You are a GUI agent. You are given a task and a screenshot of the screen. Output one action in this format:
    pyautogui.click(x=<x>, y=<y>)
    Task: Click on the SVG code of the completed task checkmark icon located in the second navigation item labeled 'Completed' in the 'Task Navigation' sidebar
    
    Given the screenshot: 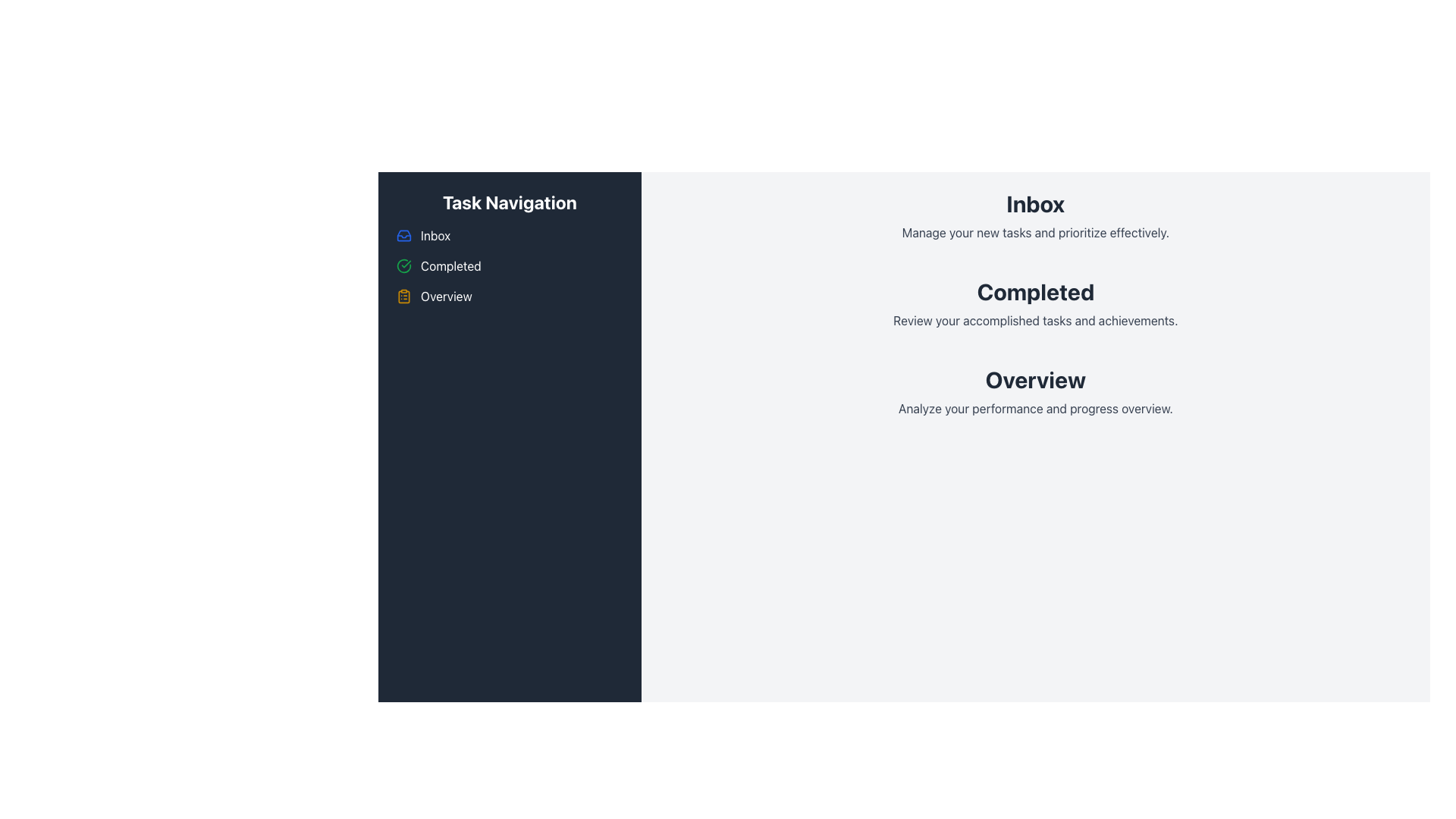 What is the action you would take?
    pyautogui.click(x=403, y=265)
    